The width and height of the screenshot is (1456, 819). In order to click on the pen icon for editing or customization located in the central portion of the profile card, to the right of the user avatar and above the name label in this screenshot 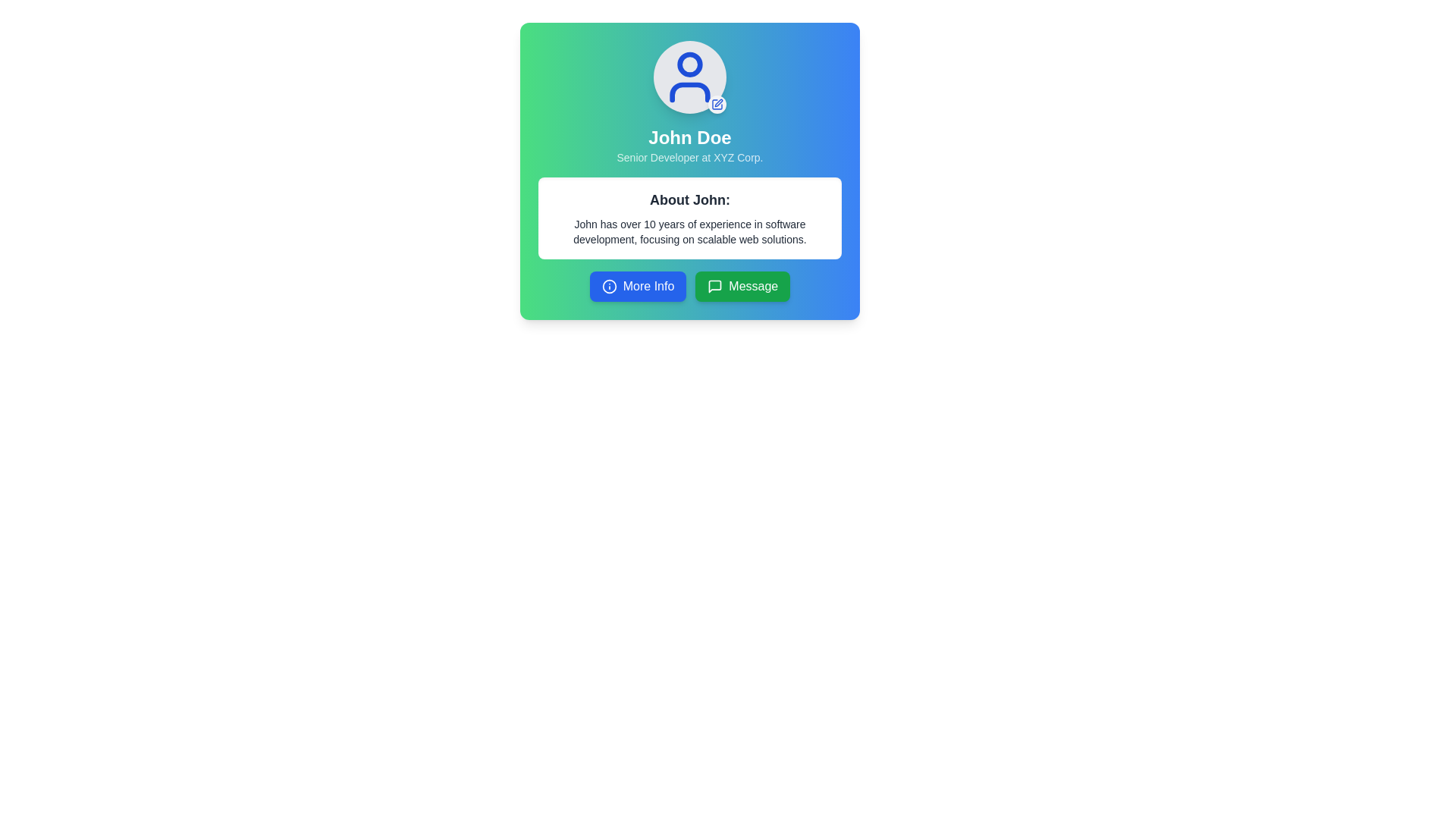, I will do `click(718, 102)`.